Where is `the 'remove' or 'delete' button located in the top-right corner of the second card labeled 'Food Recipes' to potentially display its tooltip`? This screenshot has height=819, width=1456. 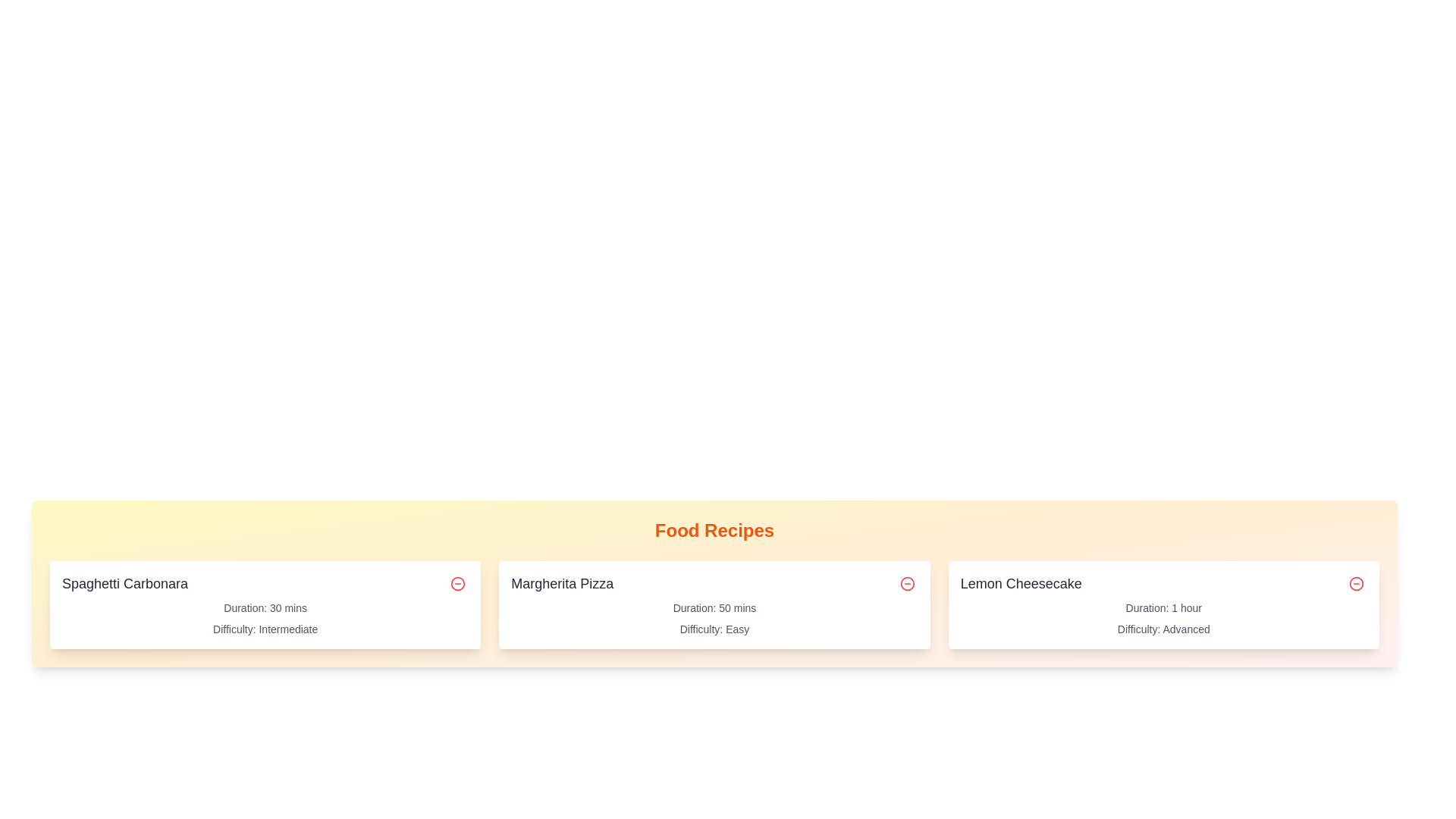 the 'remove' or 'delete' button located in the top-right corner of the second card labeled 'Food Recipes' to potentially display its tooltip is located at coordinates (907, 583).